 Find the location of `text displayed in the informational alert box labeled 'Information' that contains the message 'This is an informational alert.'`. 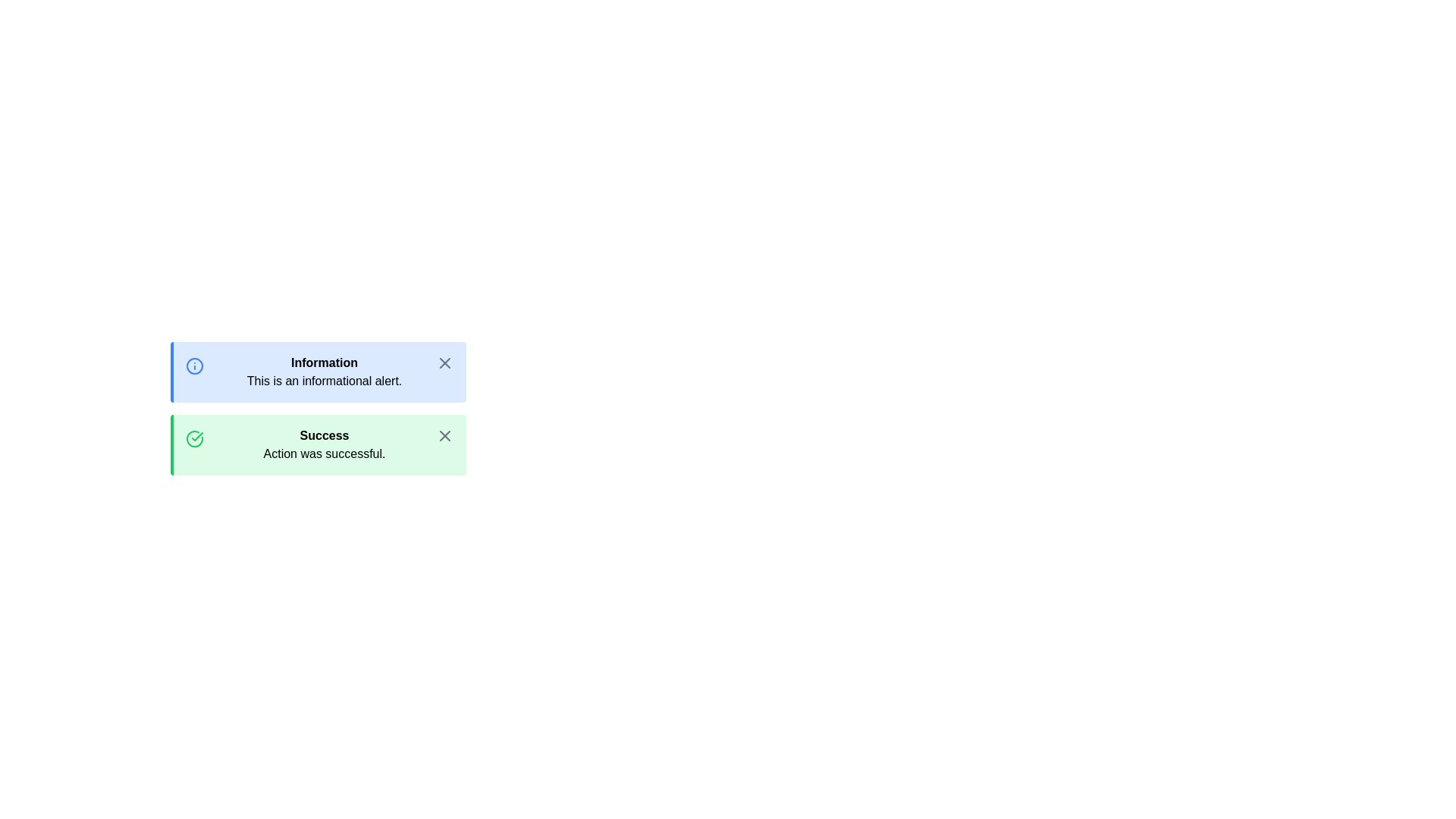

text displayed in the informational alert box labeled 'Information' that contains the message 'This is an informational alert.' is located at coordinates (323, 372).